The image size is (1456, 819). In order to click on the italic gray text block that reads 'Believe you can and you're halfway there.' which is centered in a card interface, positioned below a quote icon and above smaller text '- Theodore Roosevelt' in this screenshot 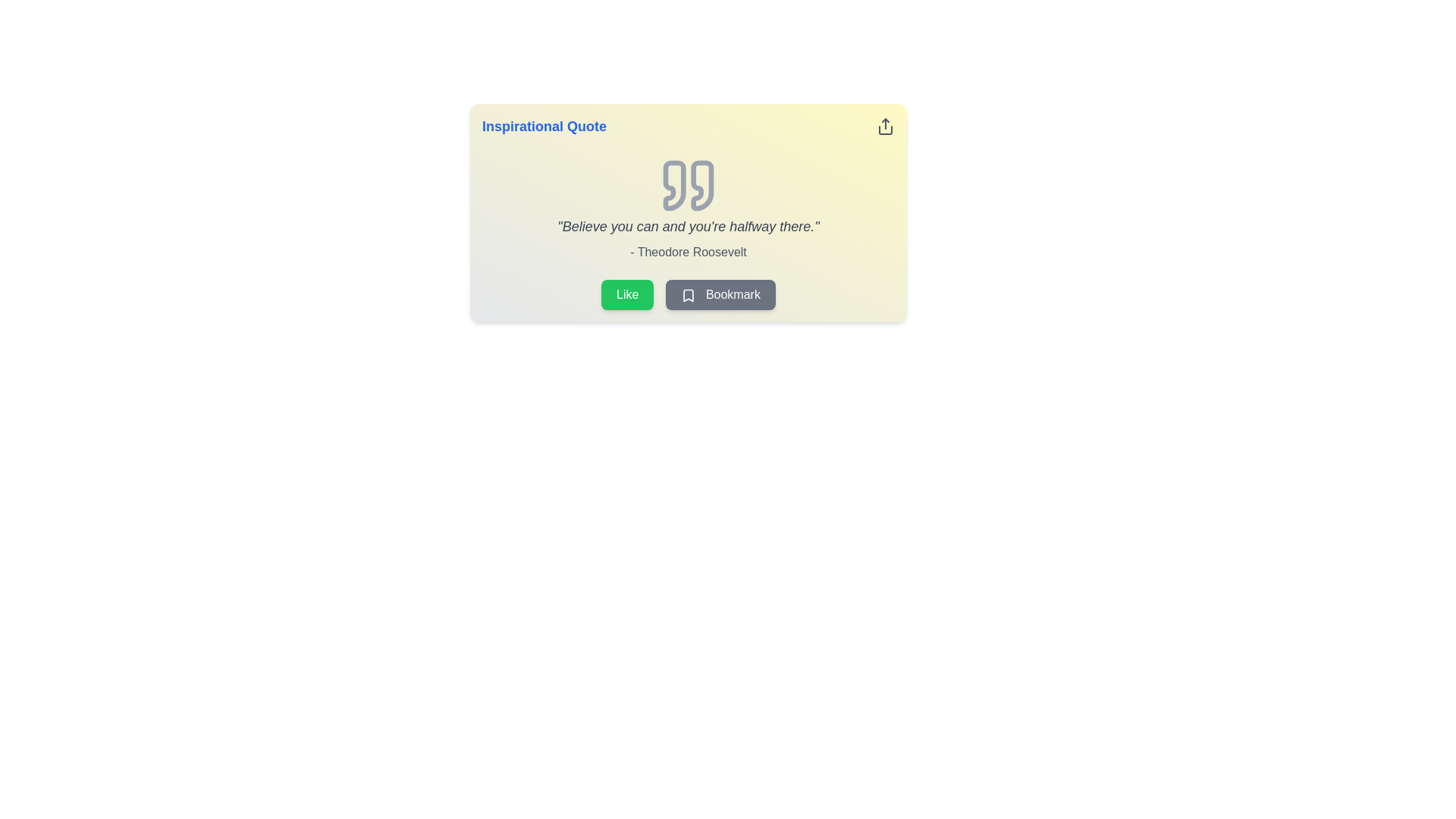, I will do `click(687, 227)`.